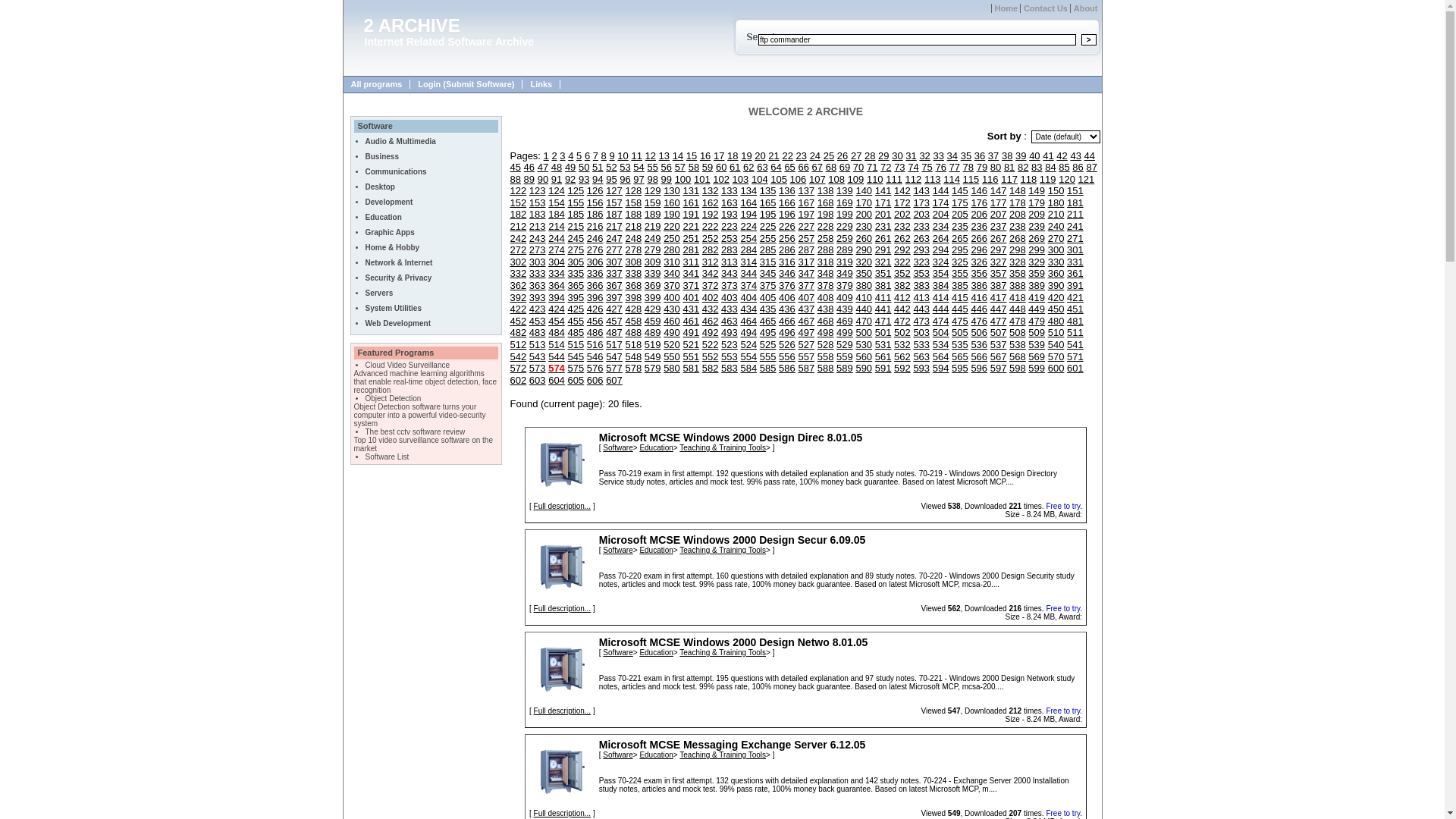  I want to click on '227', so click(805, 226).